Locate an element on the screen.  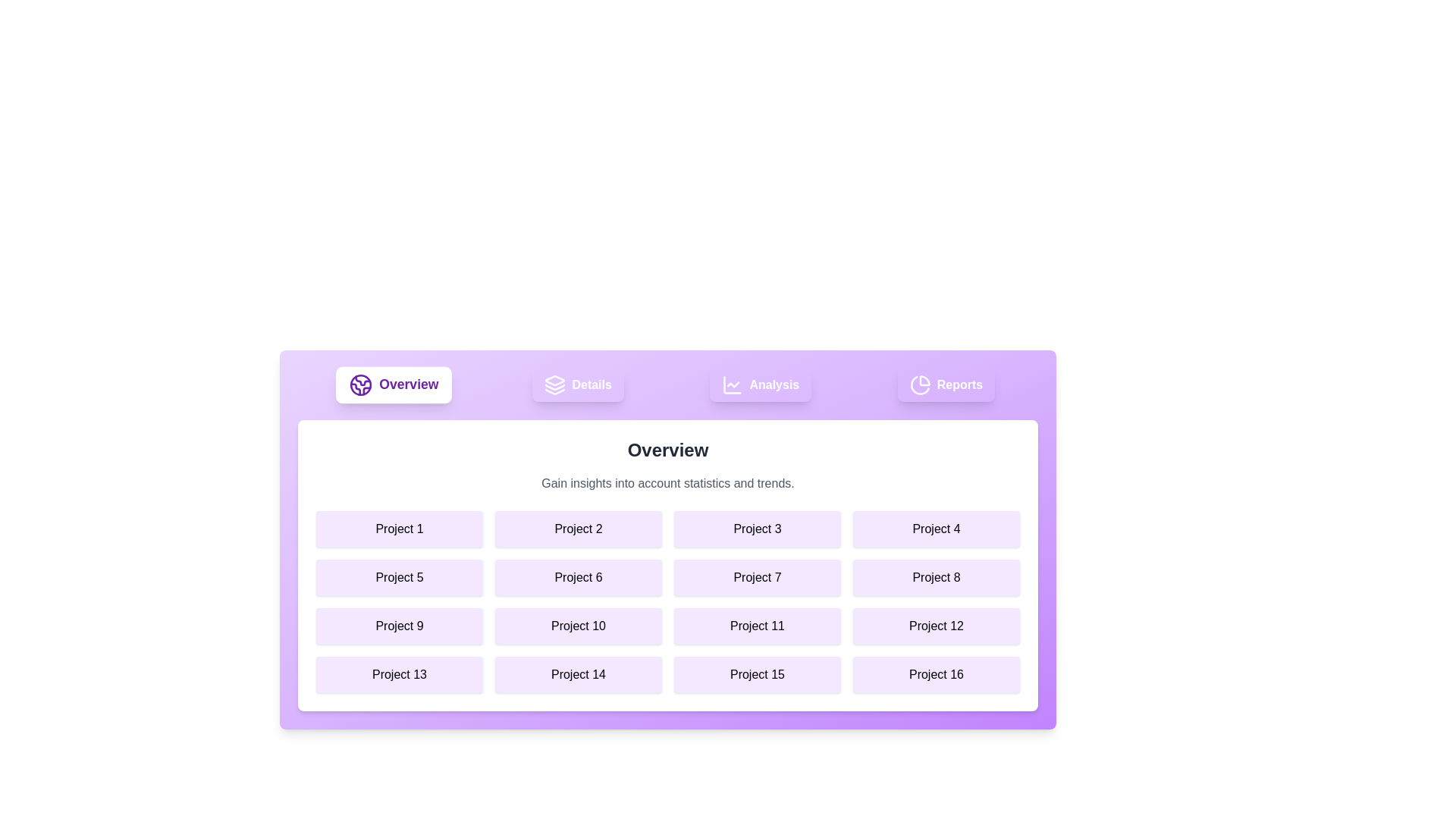
the Details tab by clicking on its button is located at coordinates (577, 384).